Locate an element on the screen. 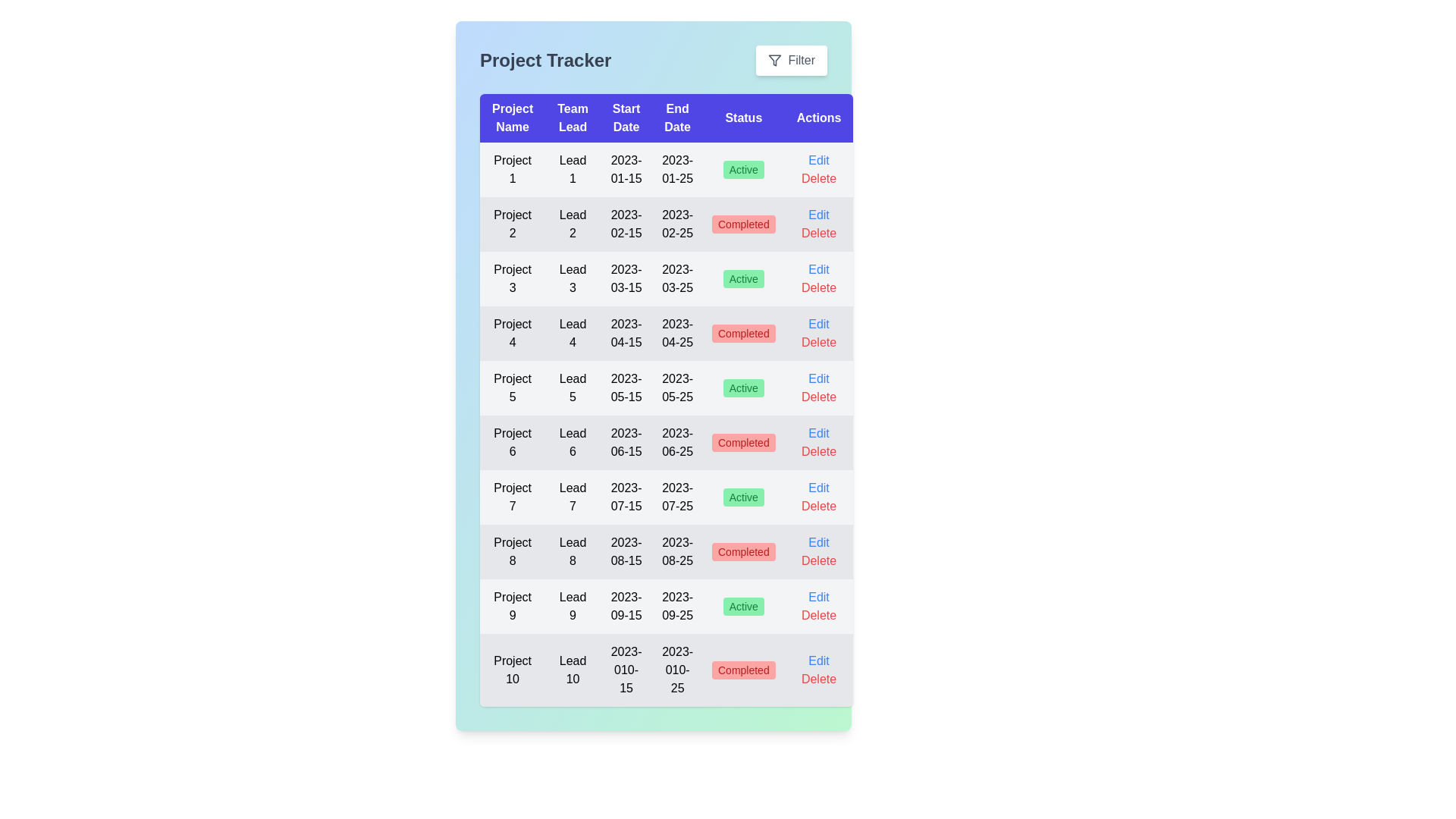 The width and height of the screenshot is (1456, 819). the column header corresponding to Team Lead to sort by that column is located at coordinates (572, 117).